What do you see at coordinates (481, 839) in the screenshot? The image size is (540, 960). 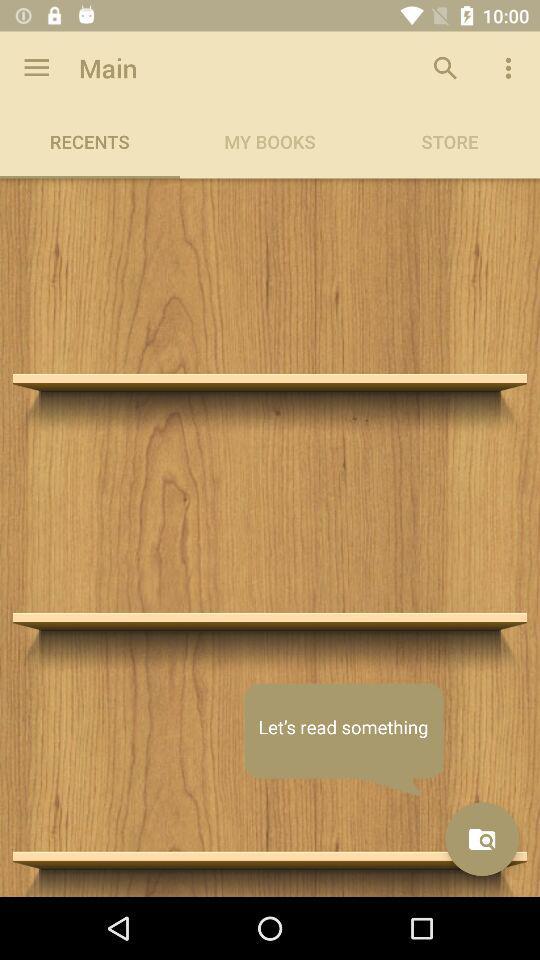 I see `the photo icon` at bounding box center [481, 839].